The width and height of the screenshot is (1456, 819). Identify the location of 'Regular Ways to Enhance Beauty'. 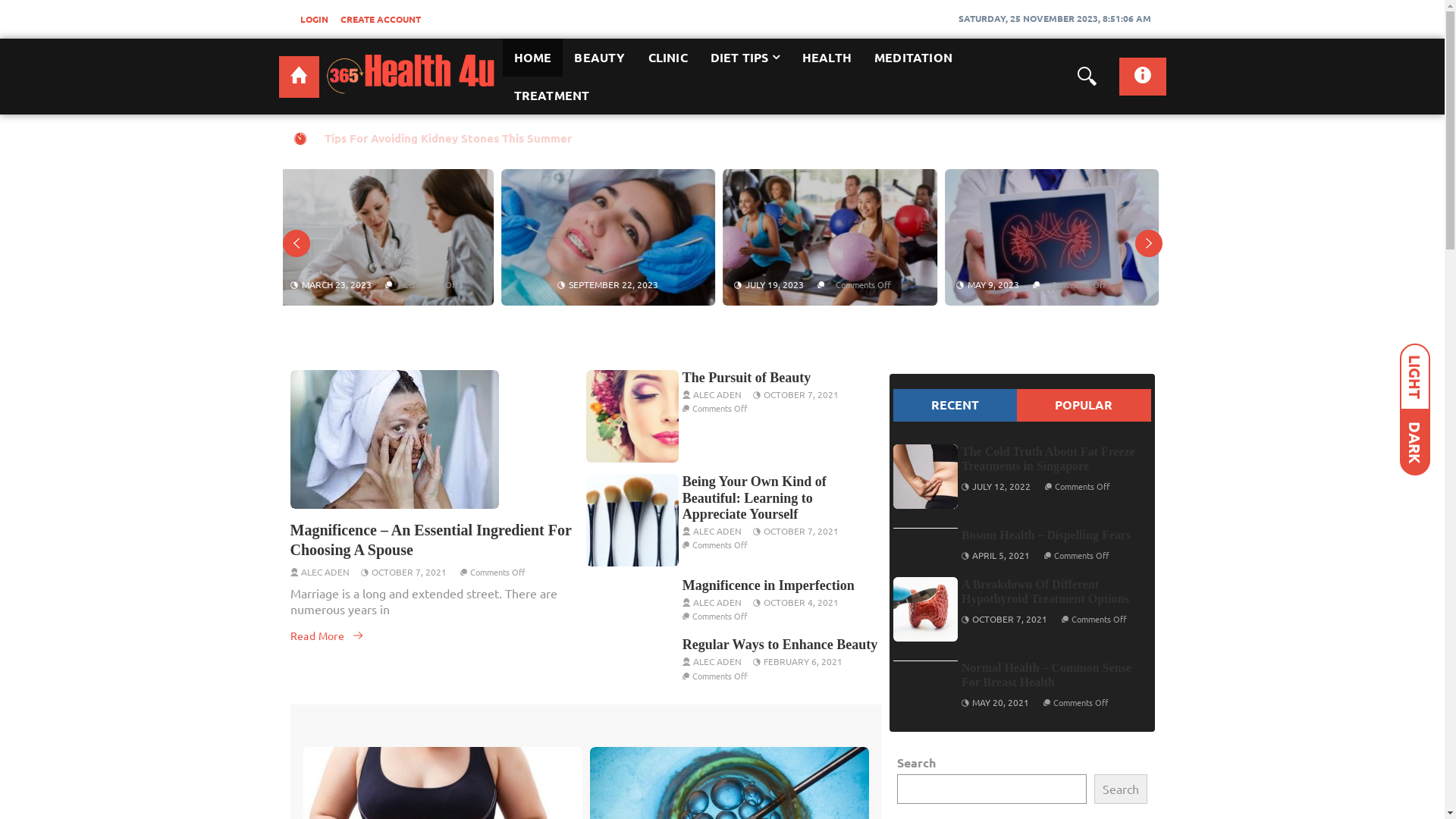
(682, 644).